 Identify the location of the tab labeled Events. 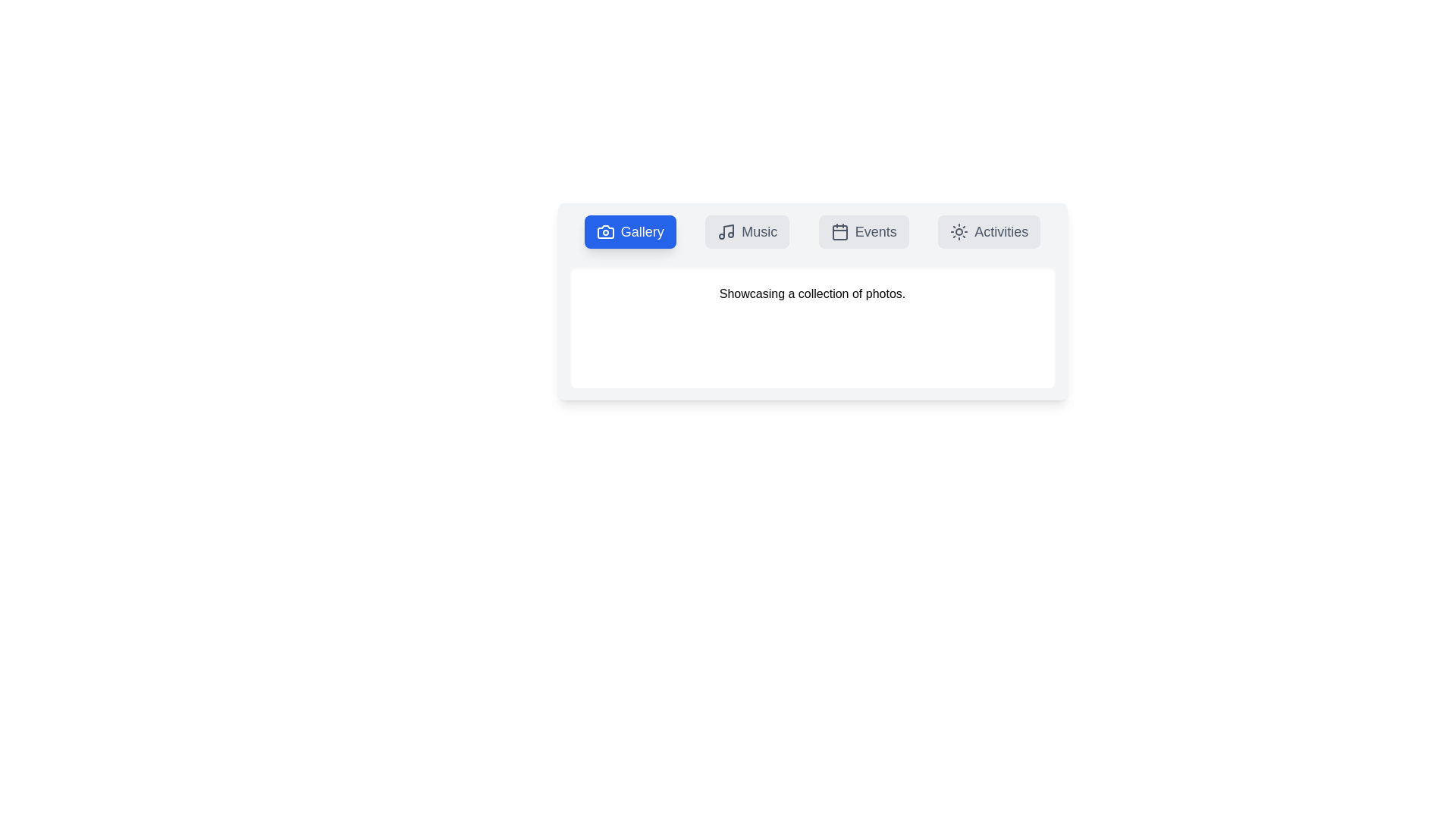
(863, 231).